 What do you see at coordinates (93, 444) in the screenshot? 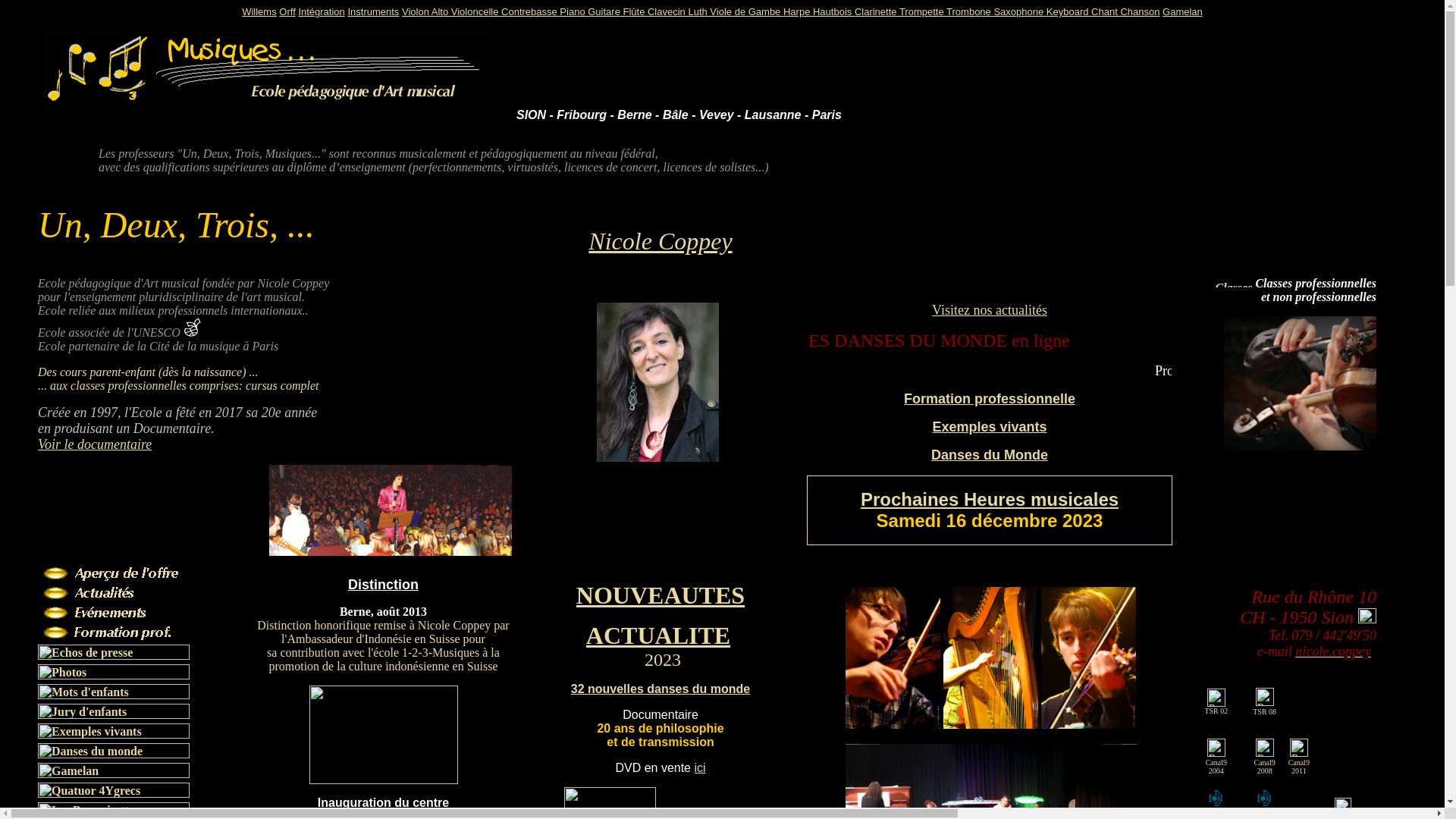
I see `'Voir le documentaire'` at bounding box center [93, 444].